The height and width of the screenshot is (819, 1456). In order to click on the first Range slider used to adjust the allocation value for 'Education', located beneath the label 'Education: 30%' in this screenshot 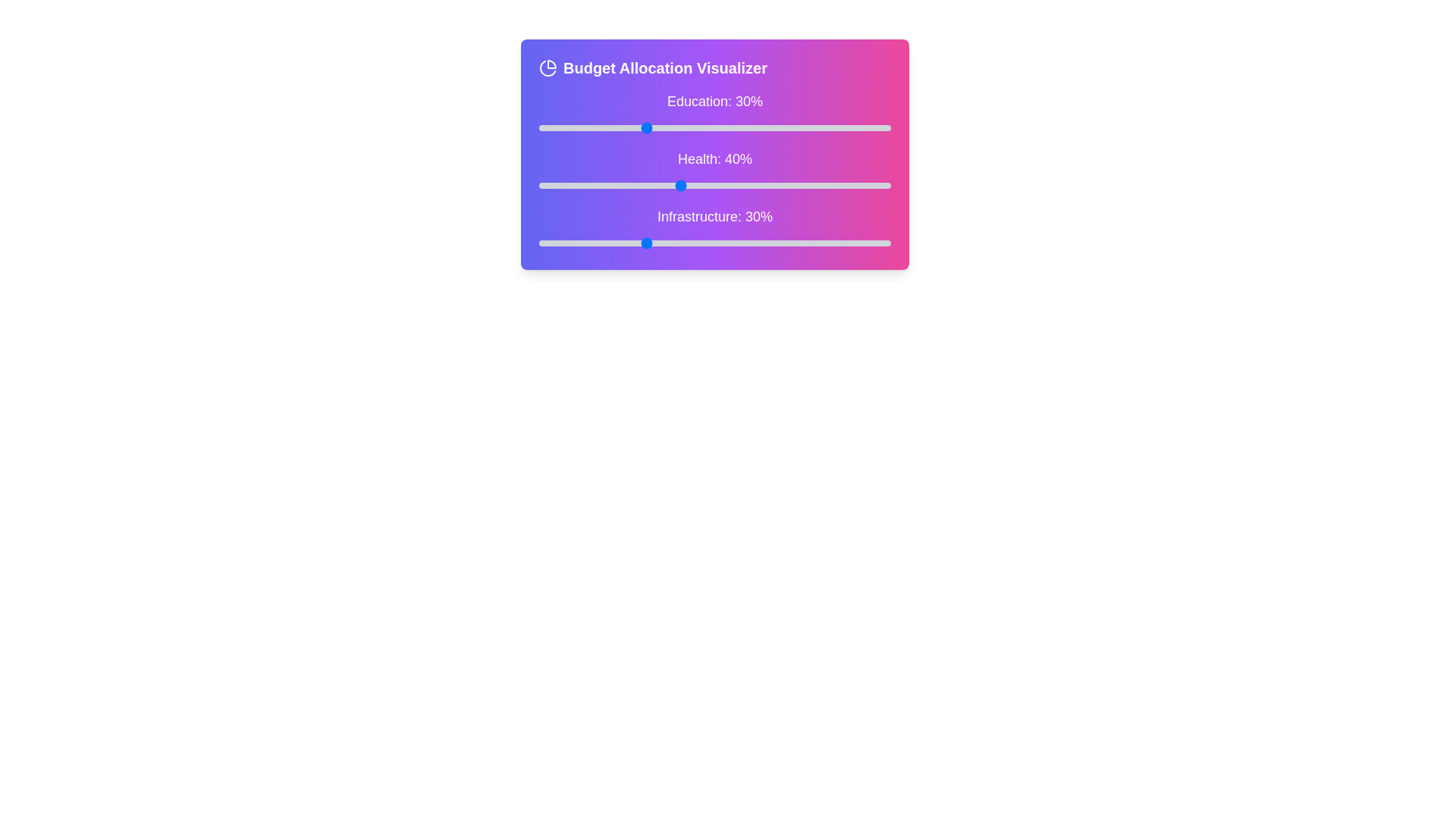, I will do `click(714, 127)`.